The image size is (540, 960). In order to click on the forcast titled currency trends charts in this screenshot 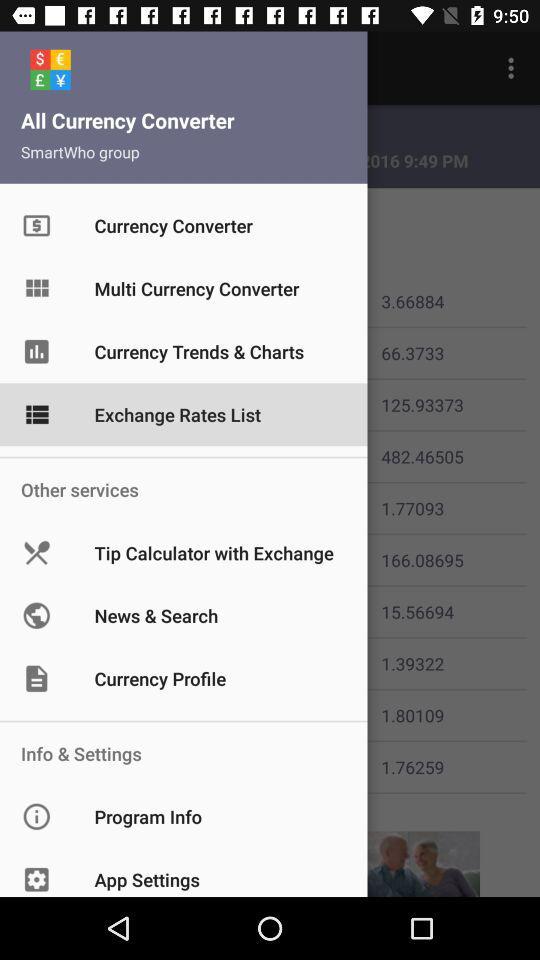, I will do `click(54, 352)`.